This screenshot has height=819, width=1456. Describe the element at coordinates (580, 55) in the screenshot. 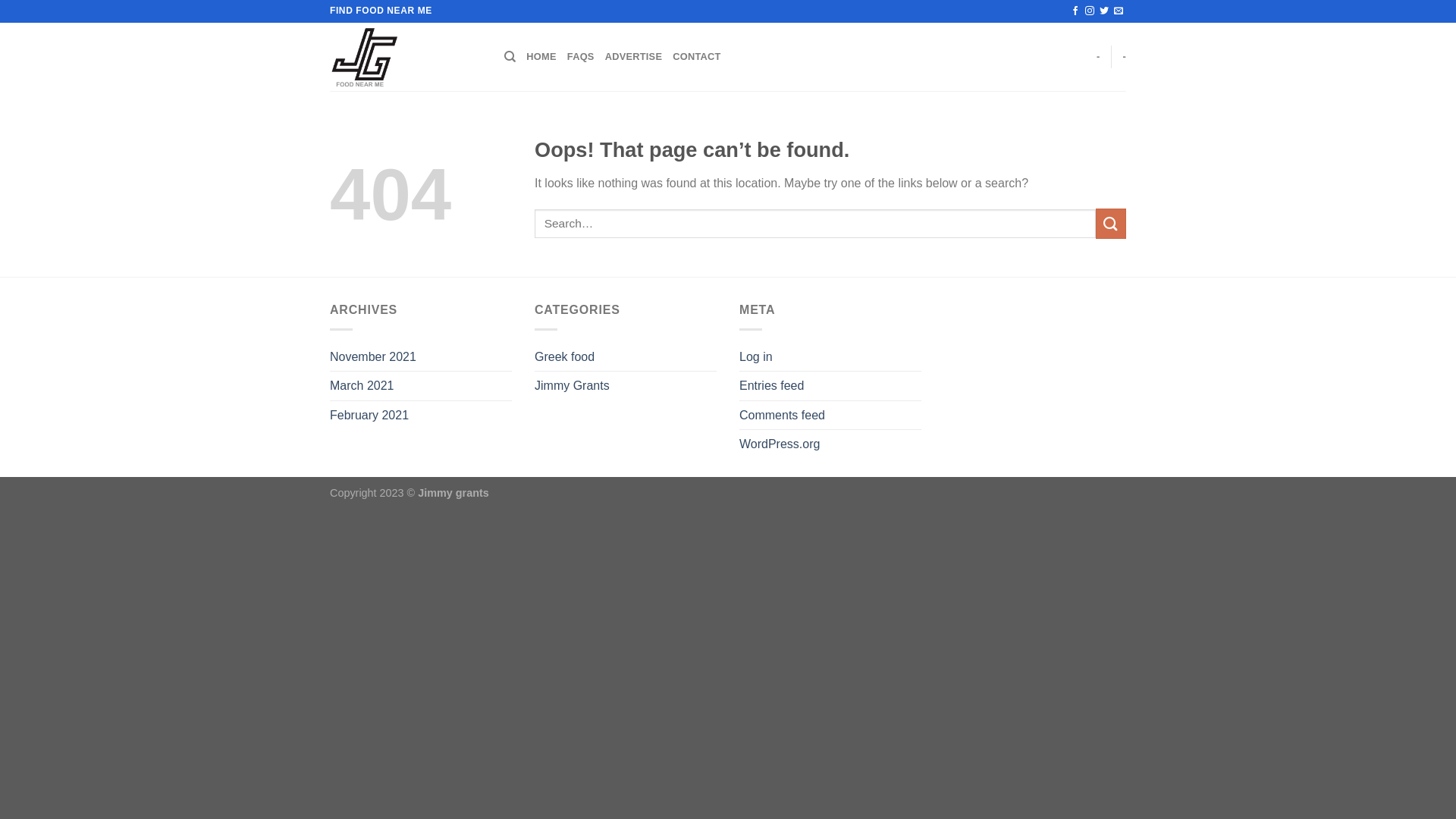

I see `'FAQS'` at that location.